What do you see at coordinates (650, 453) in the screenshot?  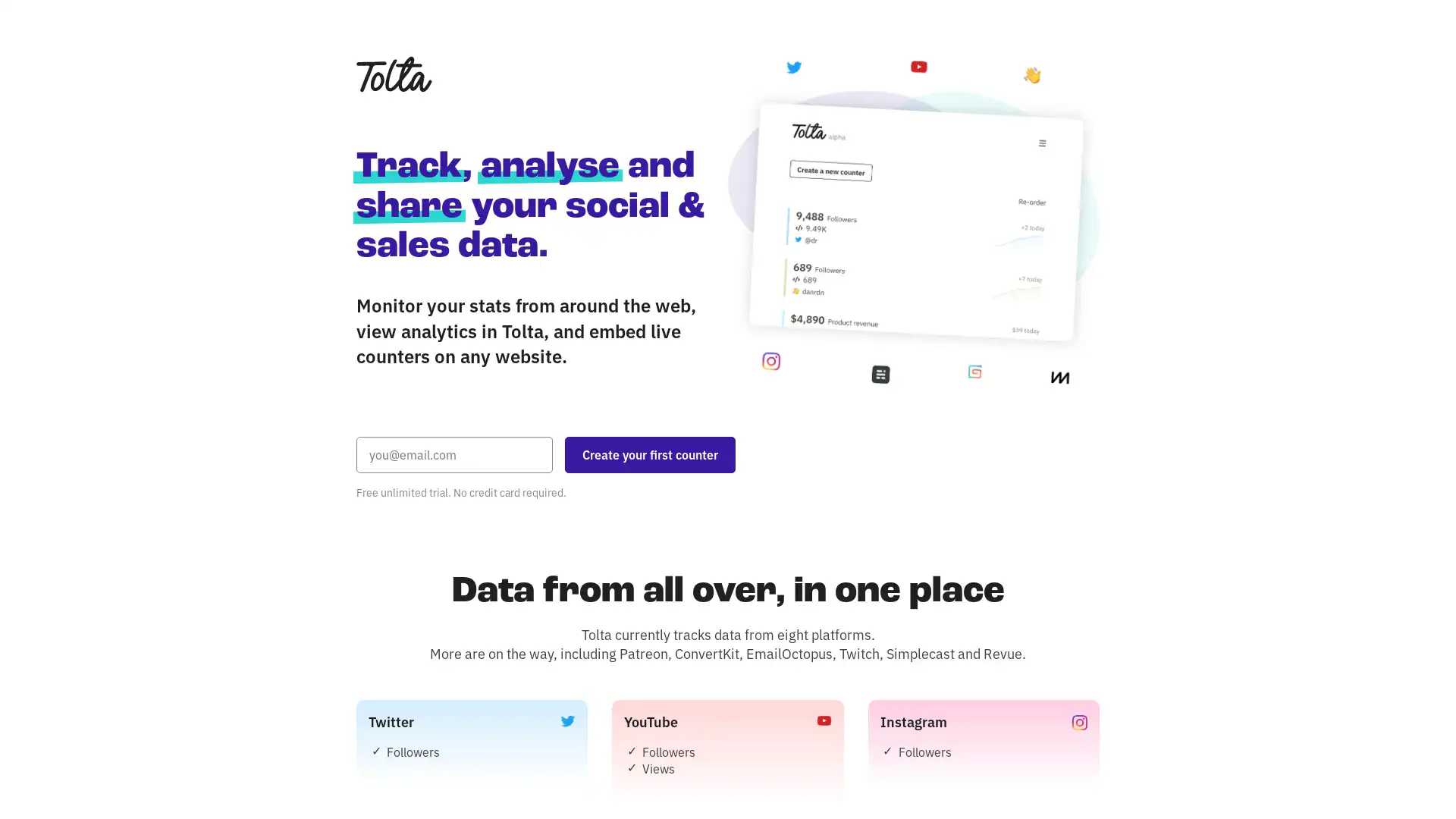 I see `Create your first counter` at bounding box center [650, 453].